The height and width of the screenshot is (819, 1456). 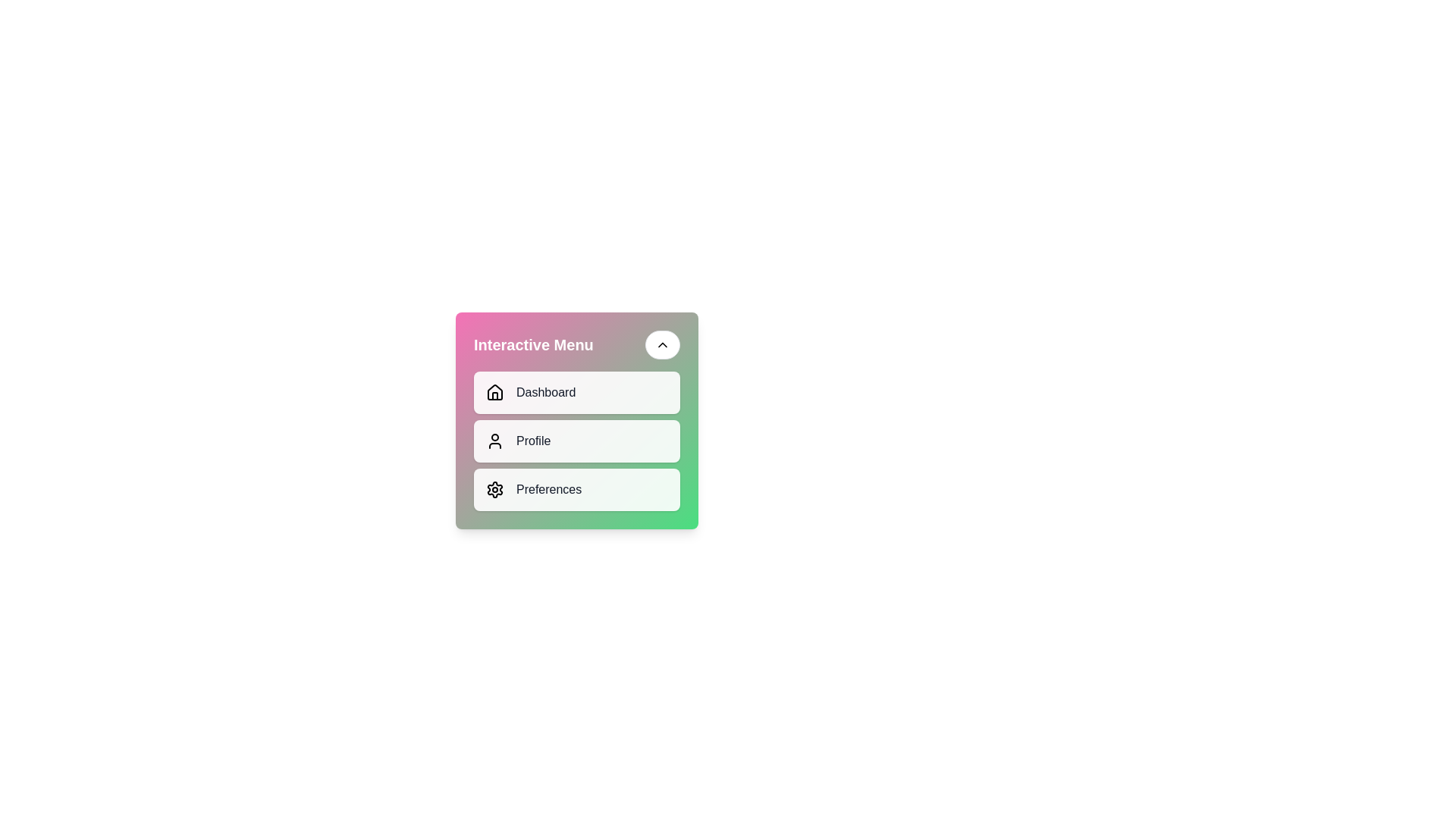 I want to click on the upward-pointing chevron icon button, which is styled with a black outline and located within a circular white button, positioned centrally above the menu panel, so click(x=662, y=345).